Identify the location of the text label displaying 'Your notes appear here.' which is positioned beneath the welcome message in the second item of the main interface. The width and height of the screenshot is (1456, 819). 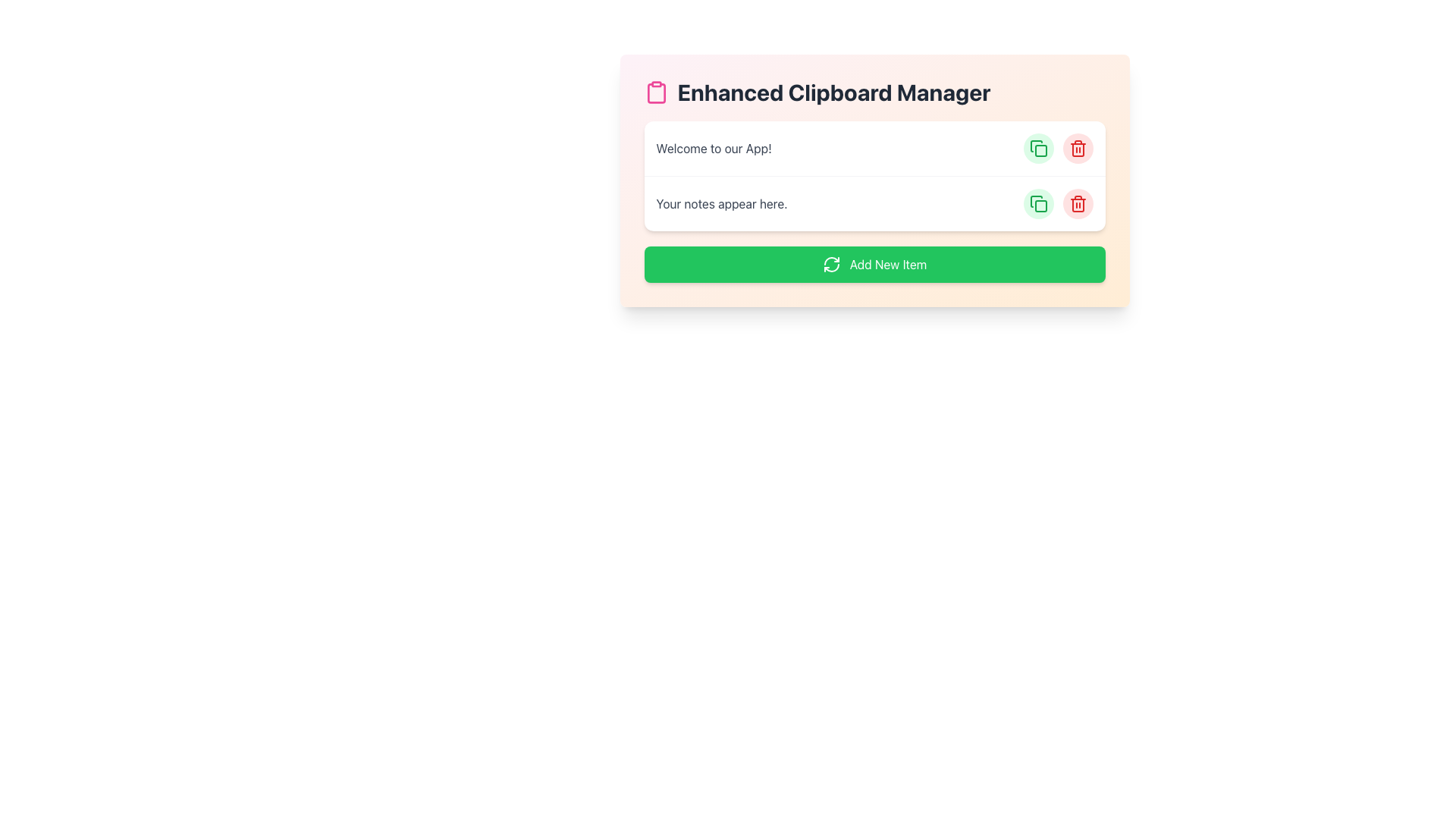
(721, 203).